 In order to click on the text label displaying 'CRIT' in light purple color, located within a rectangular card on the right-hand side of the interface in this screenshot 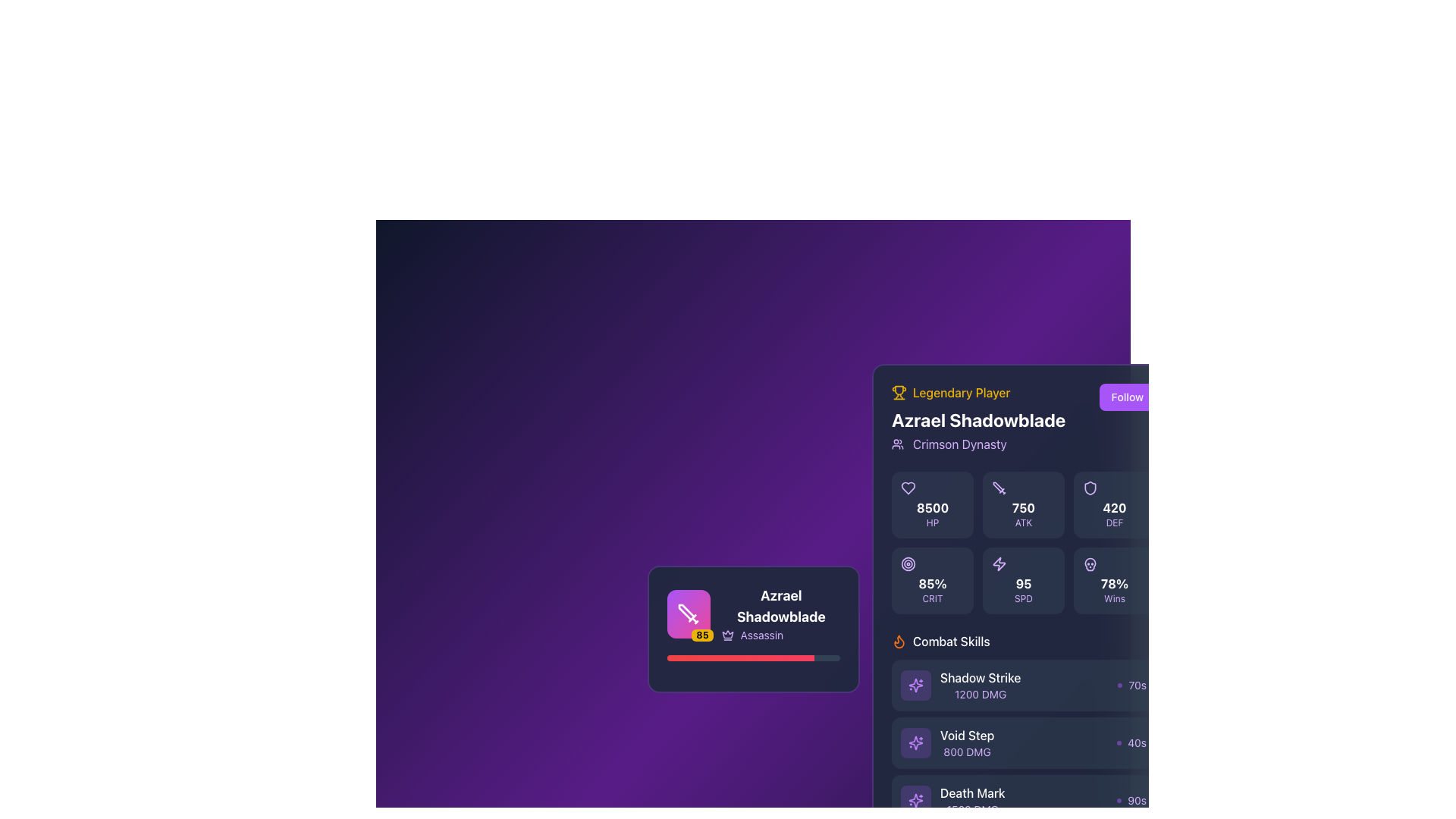, I will do `click(931, 598)`.